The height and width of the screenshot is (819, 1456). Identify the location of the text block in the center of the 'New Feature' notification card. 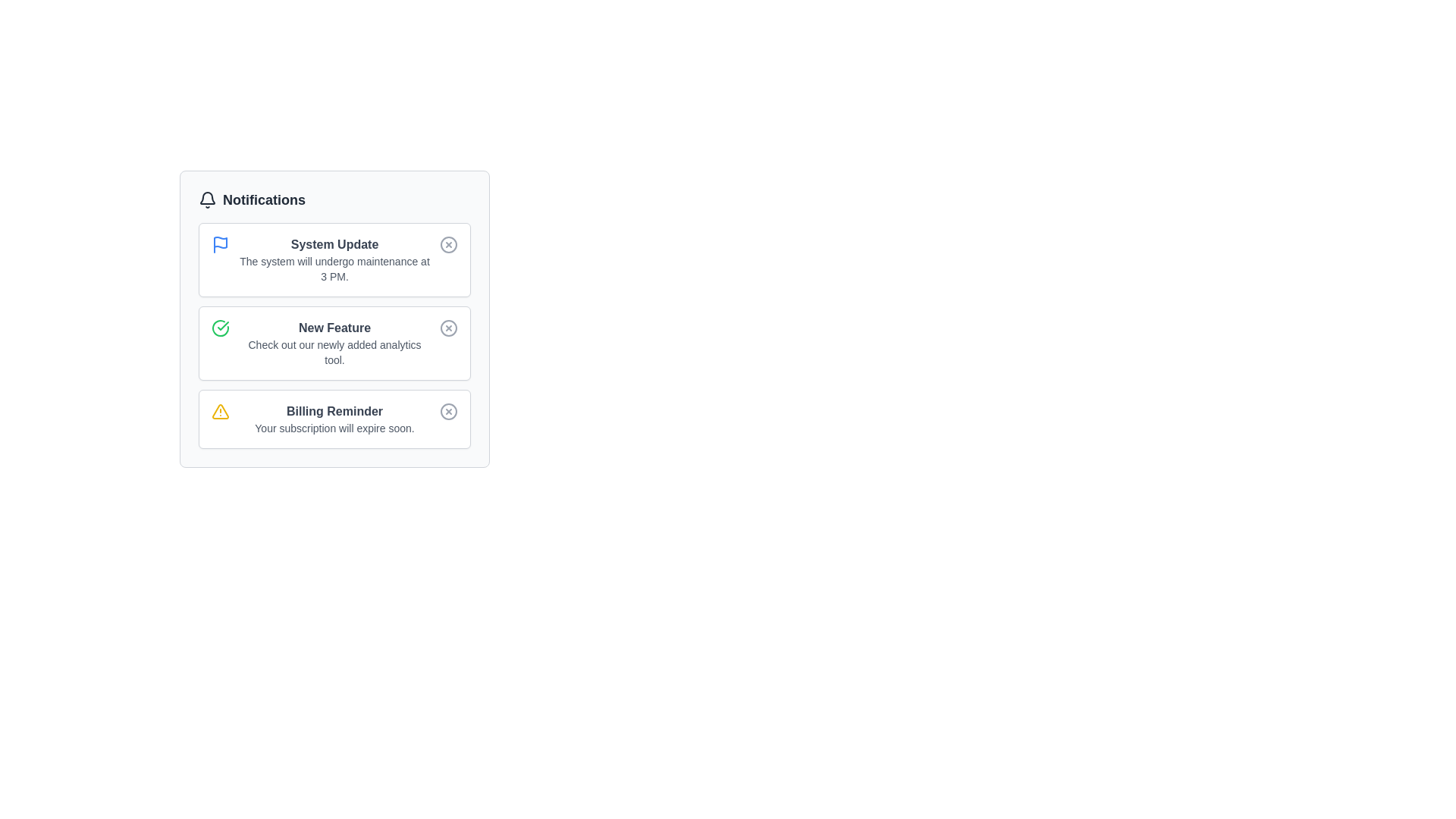
(334, 343).